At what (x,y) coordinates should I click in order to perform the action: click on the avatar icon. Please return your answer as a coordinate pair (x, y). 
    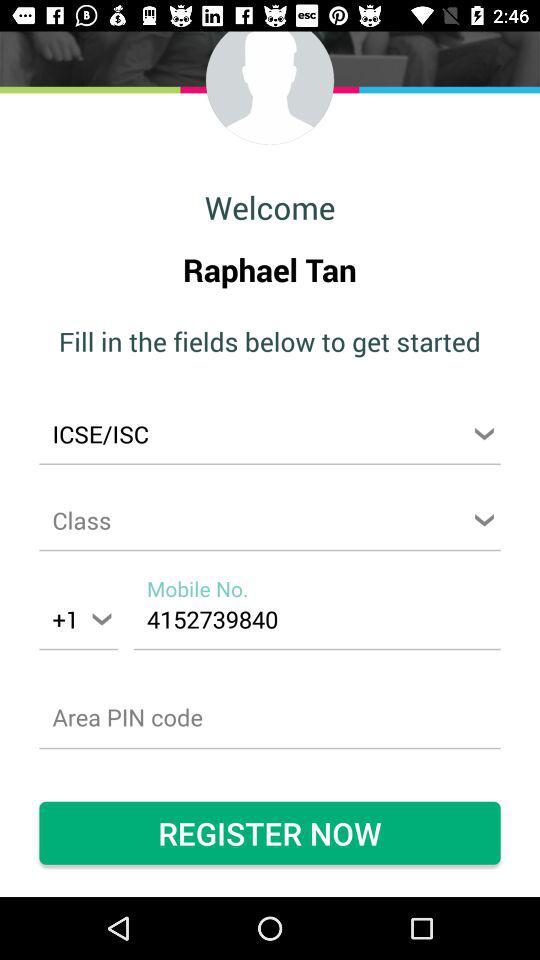
    Looking at the image, I should click on (270, 76).